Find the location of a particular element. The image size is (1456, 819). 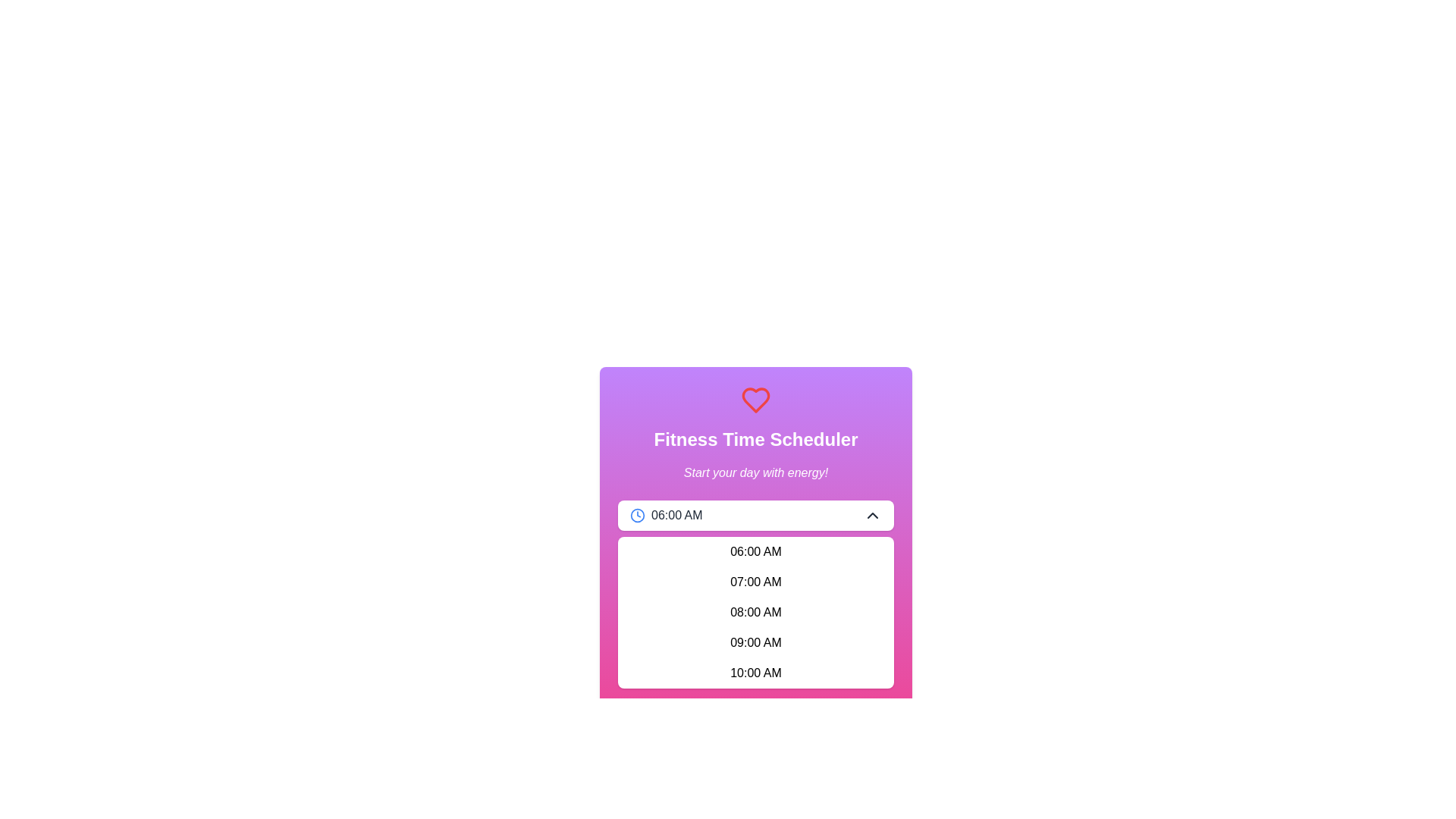

the second item in the dropdown menu is located at coordinates (756, 581).